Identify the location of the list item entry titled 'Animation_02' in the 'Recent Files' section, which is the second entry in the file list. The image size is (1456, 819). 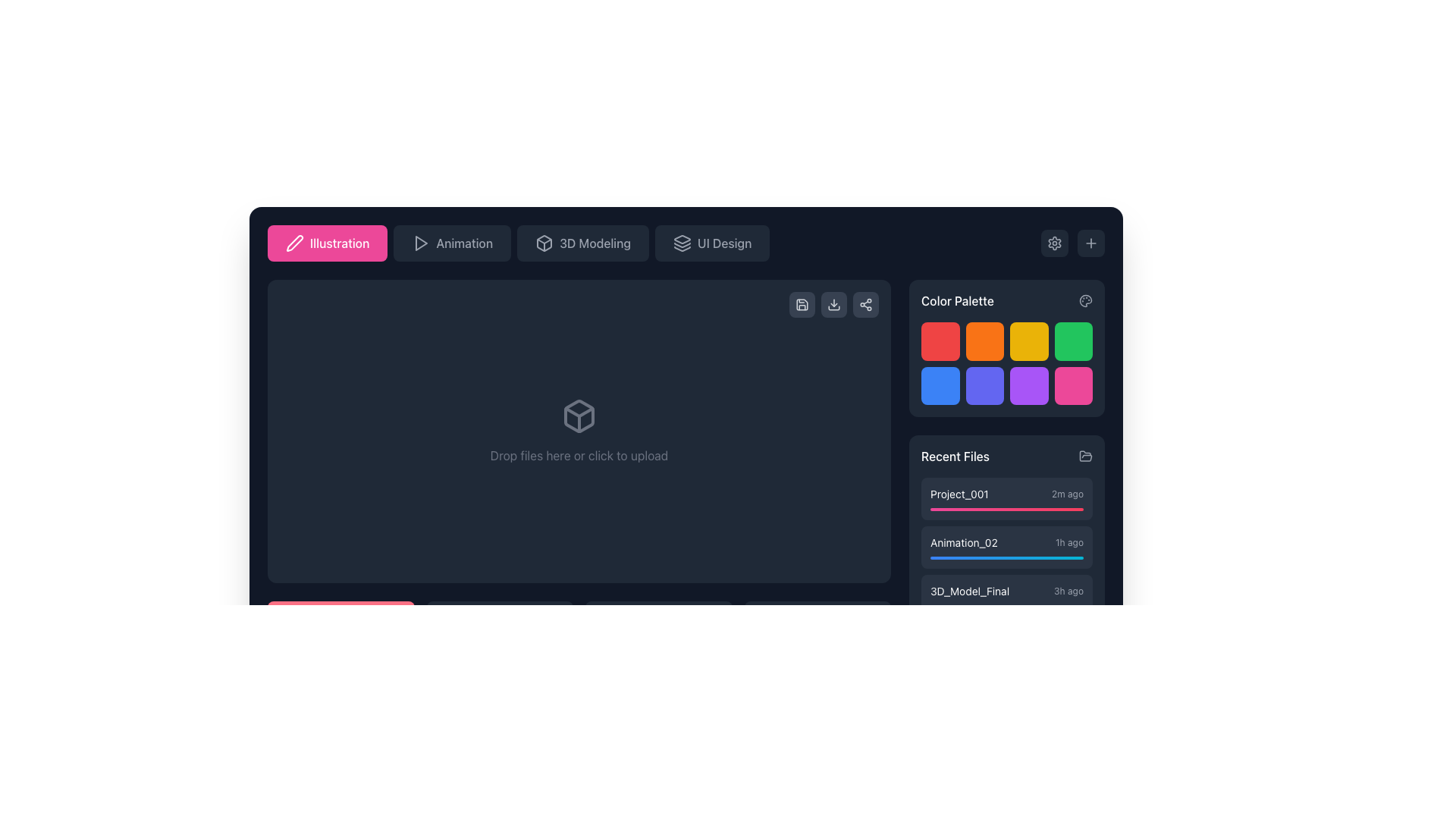
(1007, 547).